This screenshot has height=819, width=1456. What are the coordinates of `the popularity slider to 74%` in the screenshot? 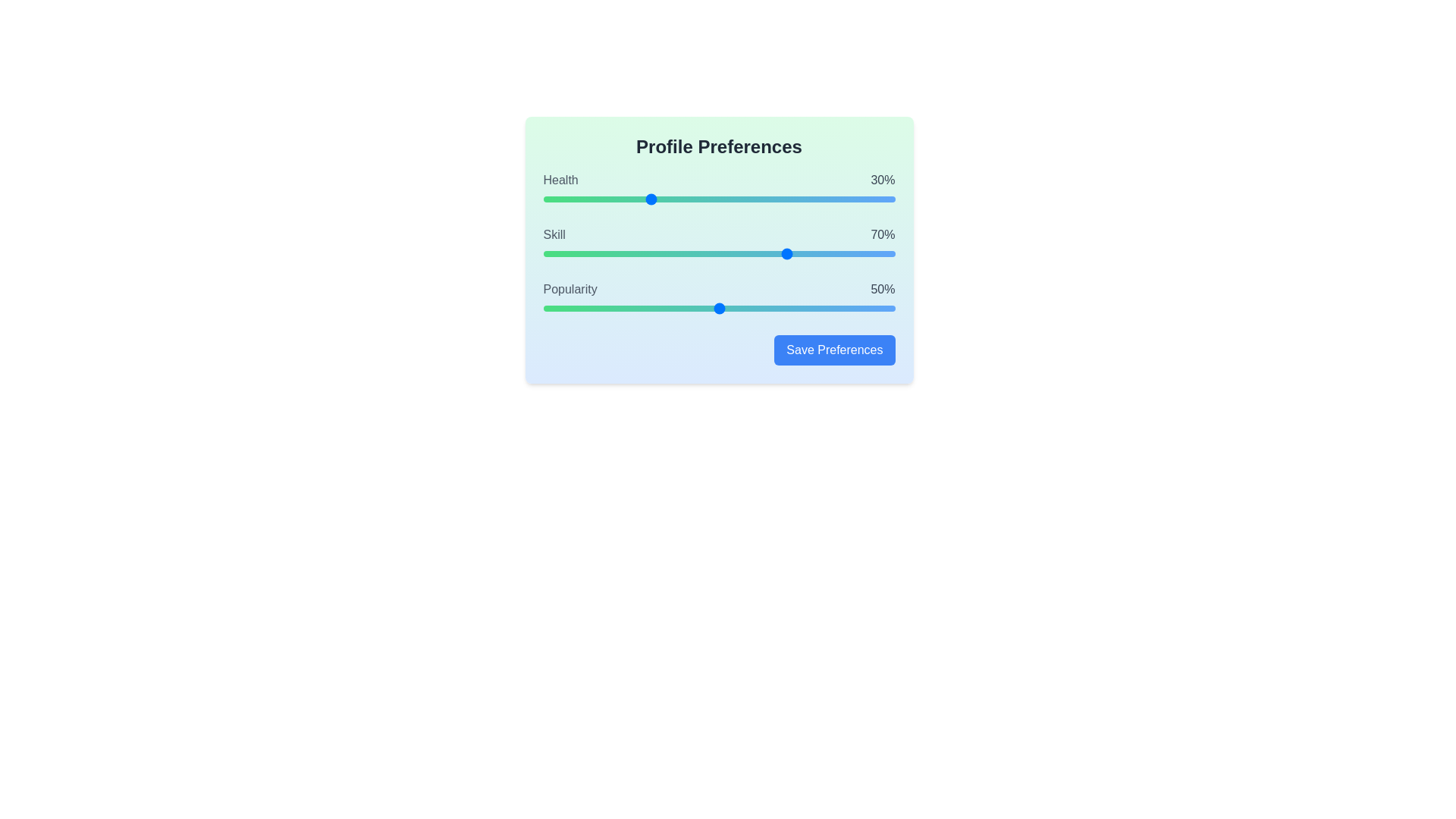 It's located at (802, 308).